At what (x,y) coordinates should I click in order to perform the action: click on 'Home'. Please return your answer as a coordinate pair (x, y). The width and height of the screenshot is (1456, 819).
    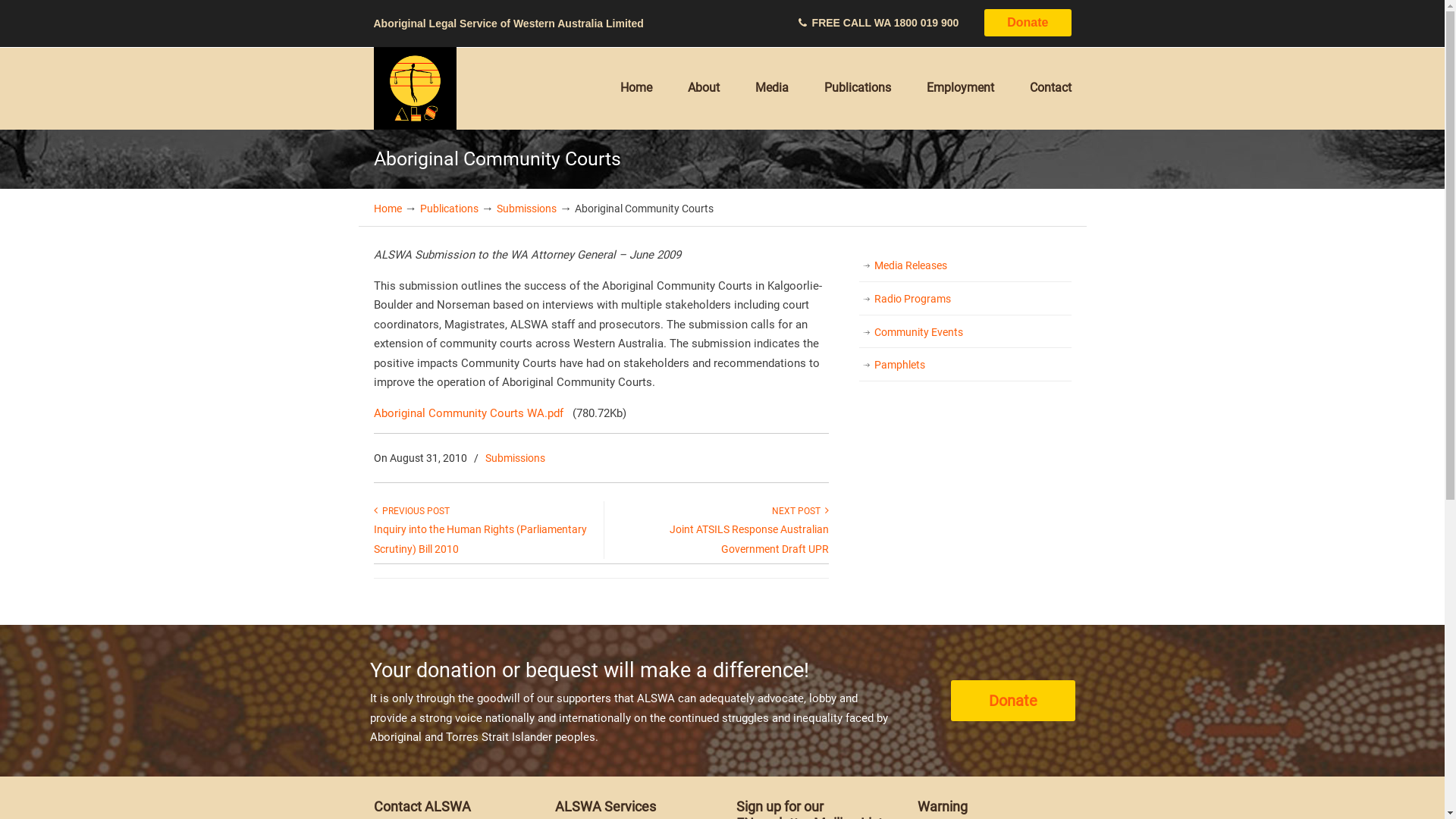
    Looking at the image, I should click on (636, 87).